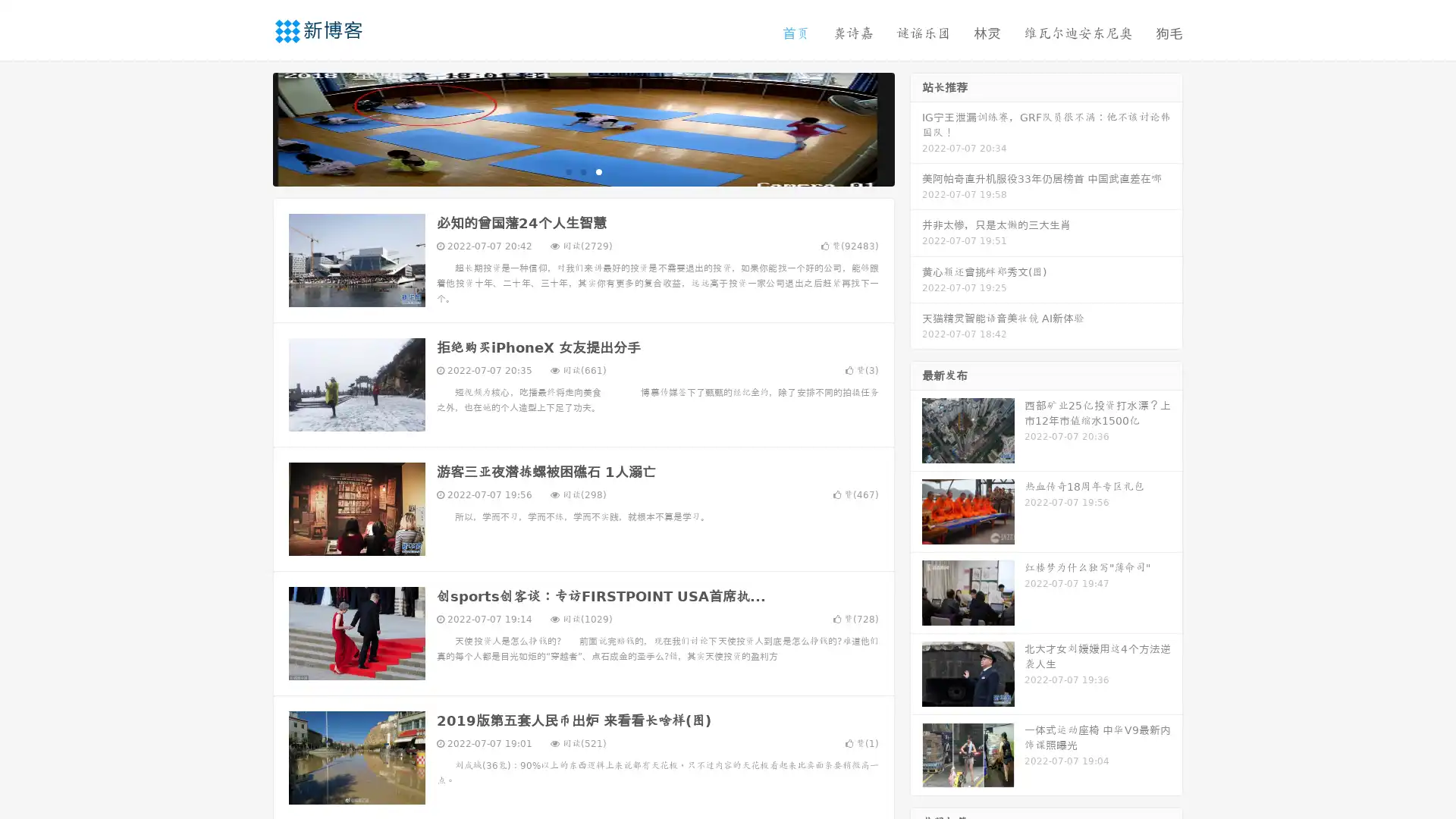  What do you see at coordinates (598, 171) in the screenshot?
I see `Go to slide 3` at bounding box center [598, 171].